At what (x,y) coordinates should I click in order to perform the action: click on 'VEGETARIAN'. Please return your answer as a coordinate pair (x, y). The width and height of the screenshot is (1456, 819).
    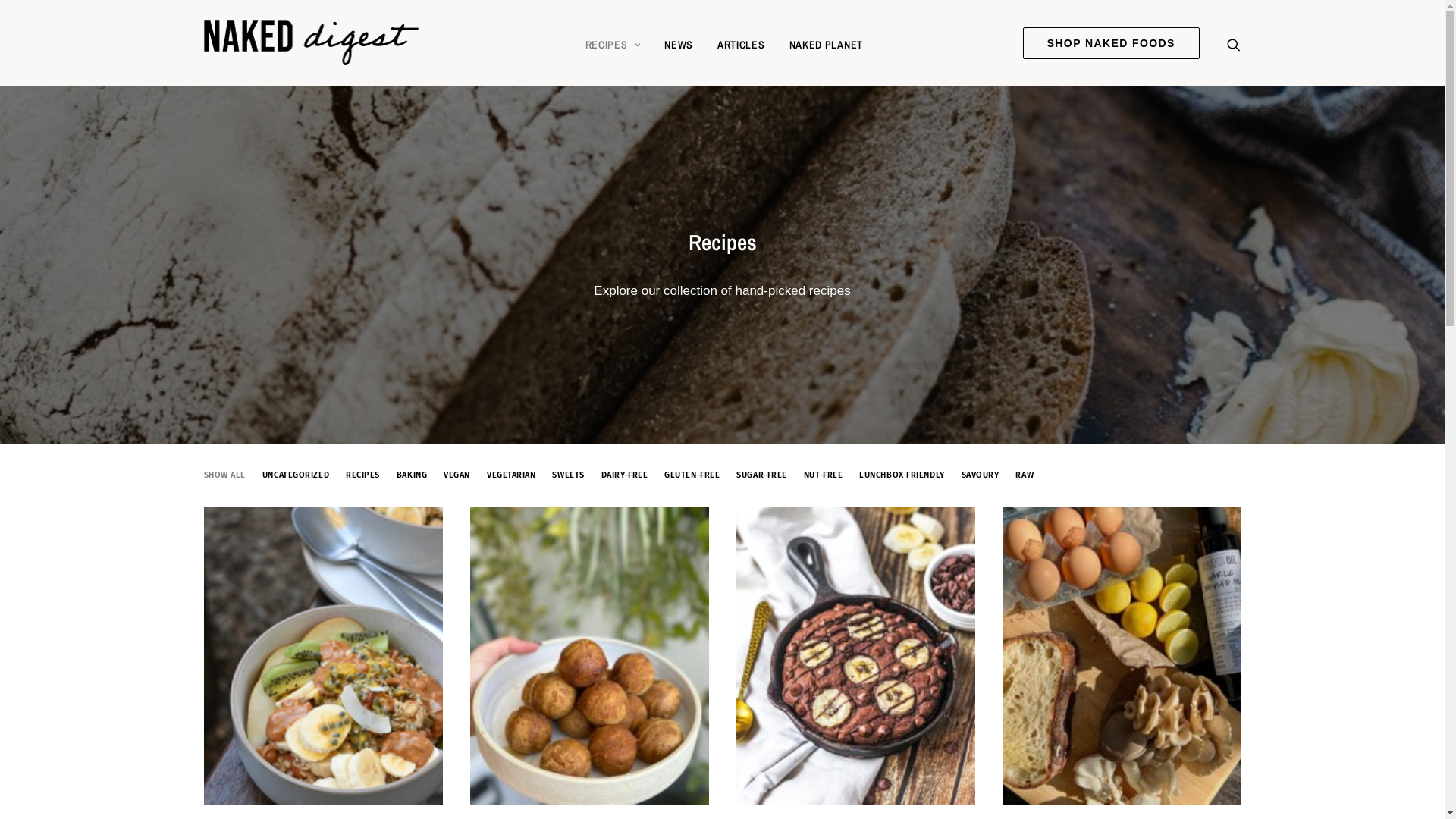
    Looking at the image, I should click on (511, 474).